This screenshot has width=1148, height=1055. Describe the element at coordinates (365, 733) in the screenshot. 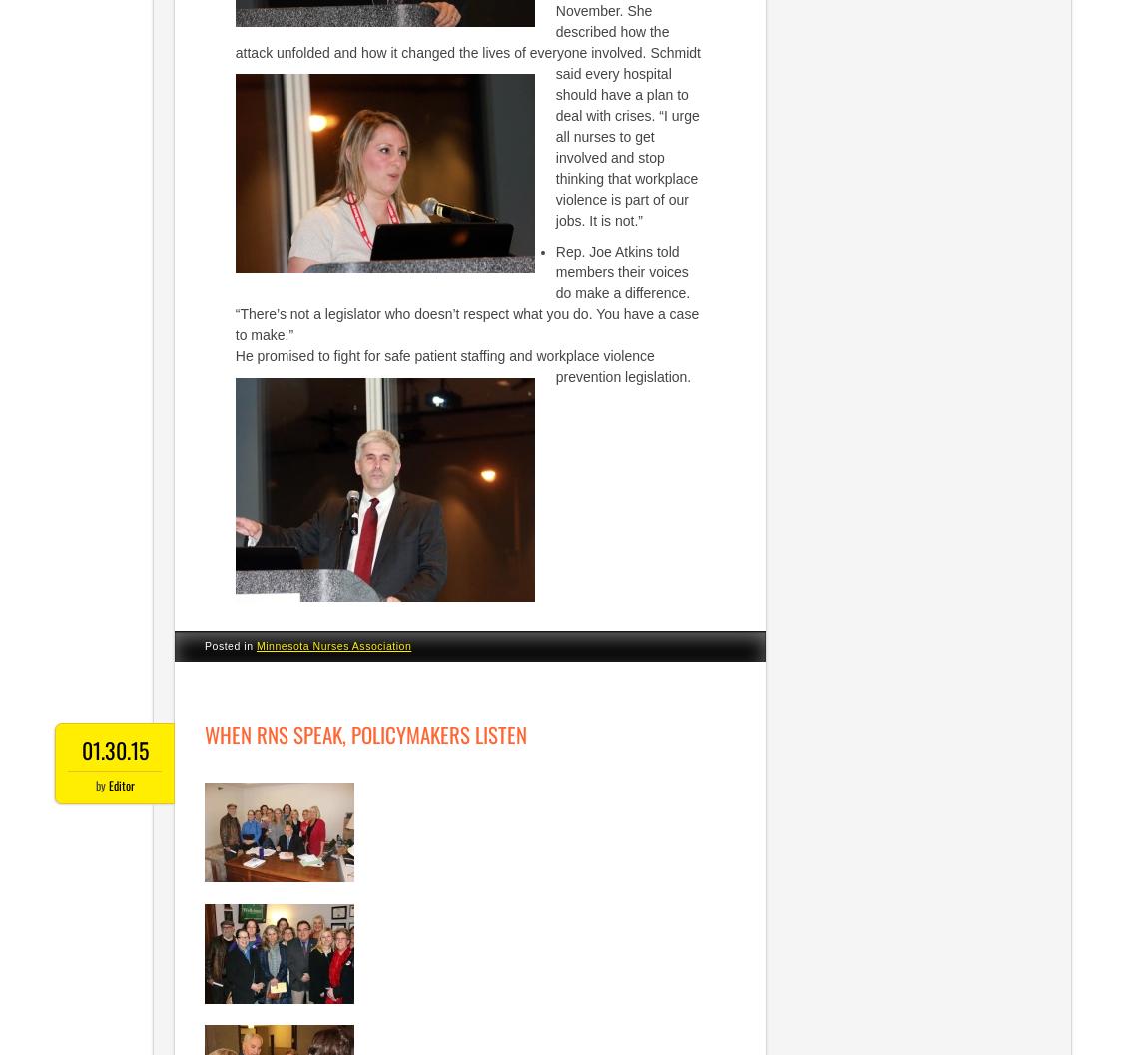

I see `'When RNs speak, policymakers listen'` at that location.